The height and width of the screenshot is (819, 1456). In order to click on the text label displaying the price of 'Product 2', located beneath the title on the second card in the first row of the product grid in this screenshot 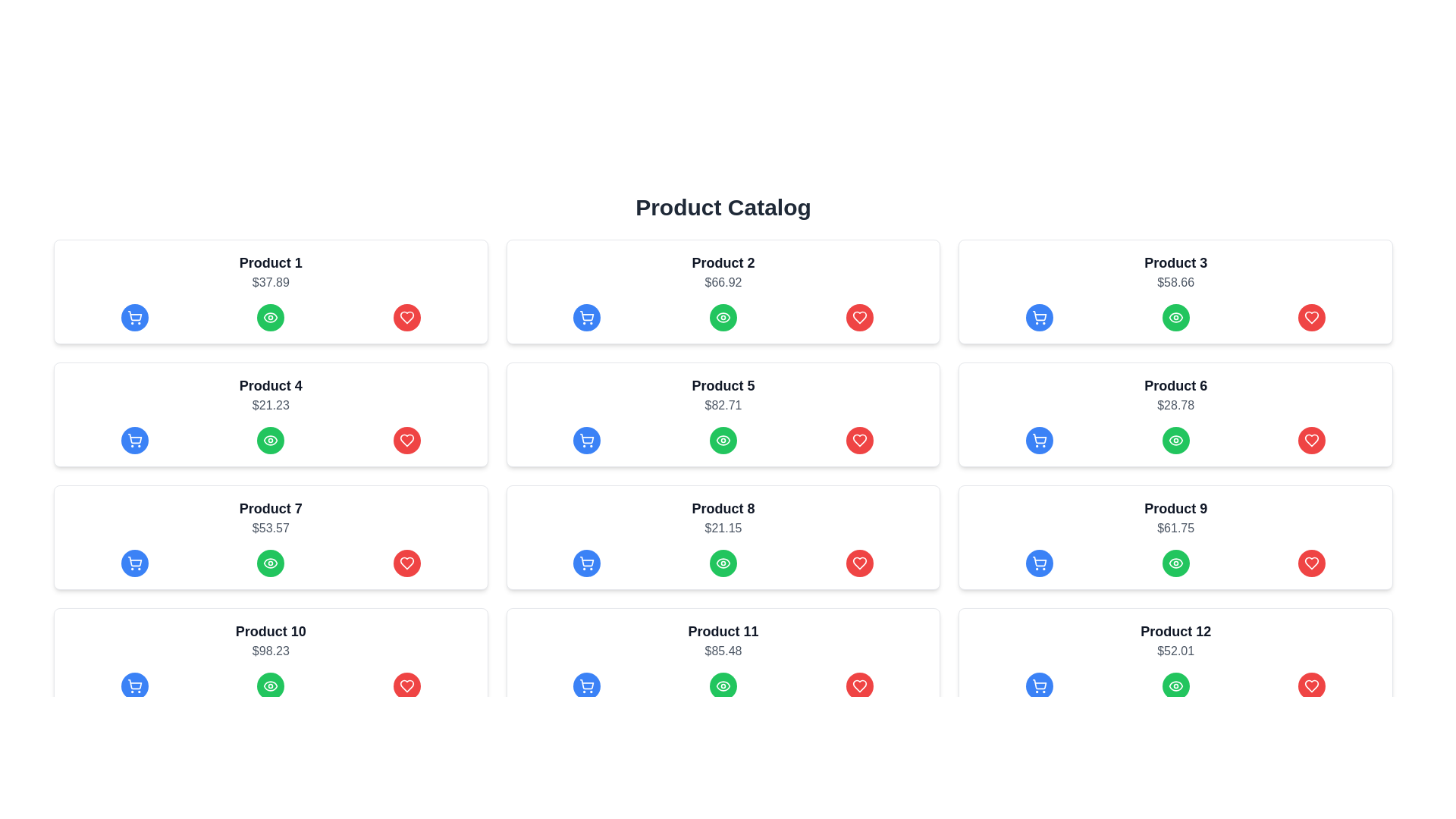, I will do `click(723, 283)`.